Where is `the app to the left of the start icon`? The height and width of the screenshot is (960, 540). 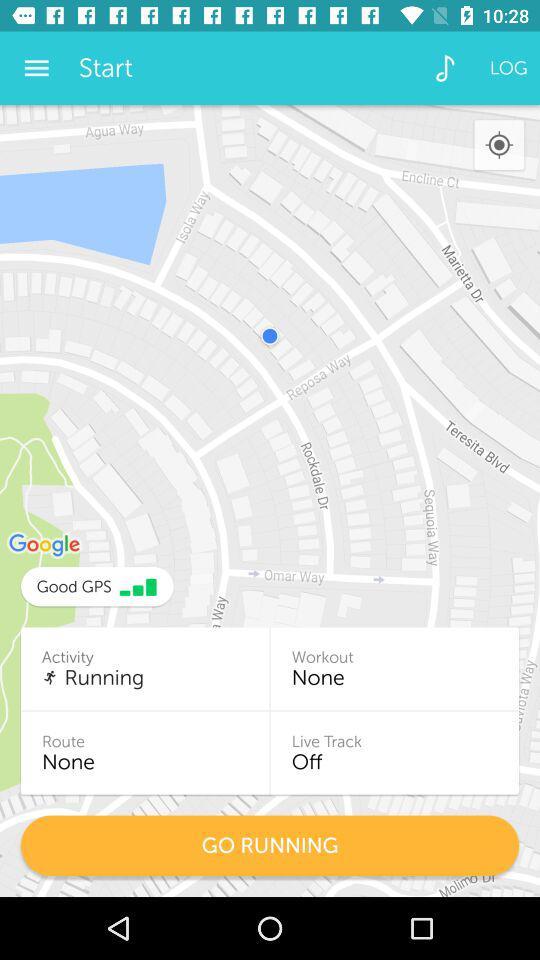 the app to the left of the start icon is located at coordinates (36, 68).